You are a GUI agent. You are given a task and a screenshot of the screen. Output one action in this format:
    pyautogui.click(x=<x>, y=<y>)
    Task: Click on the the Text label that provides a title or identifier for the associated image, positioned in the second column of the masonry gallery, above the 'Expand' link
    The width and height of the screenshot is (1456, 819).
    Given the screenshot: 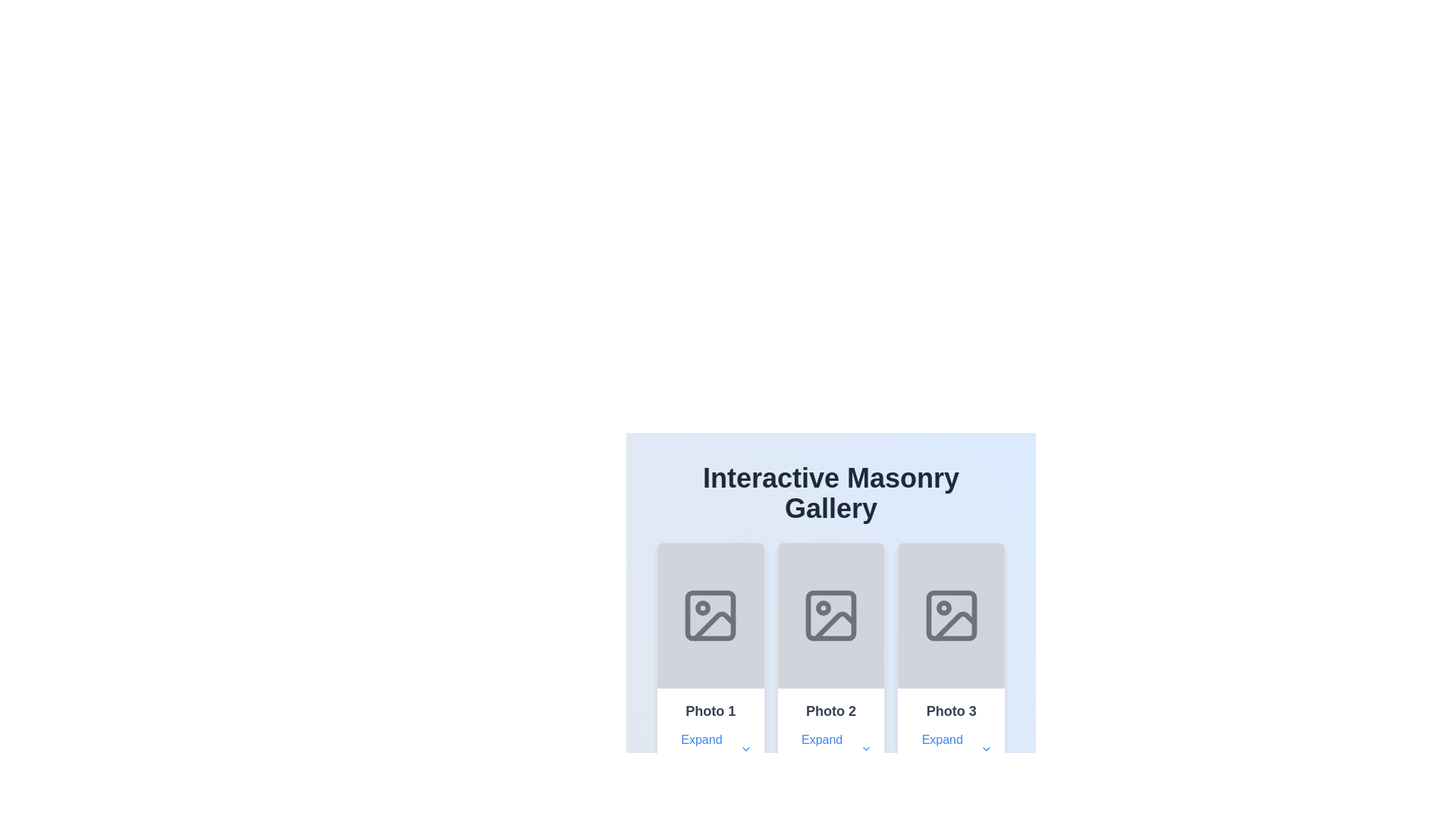 What is the action you would take?
    pyautogui.click(x=830, y=711)
    